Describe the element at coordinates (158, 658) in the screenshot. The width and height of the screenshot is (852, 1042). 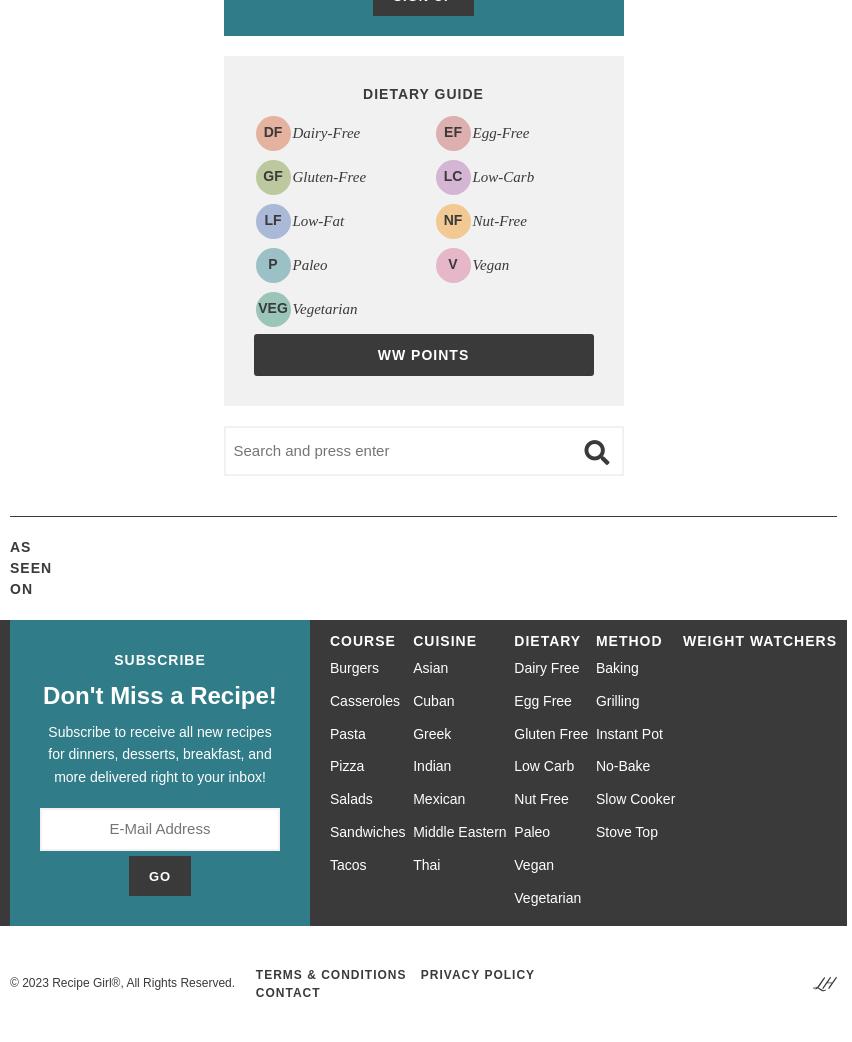
I see `'Subscribe'` at that location.